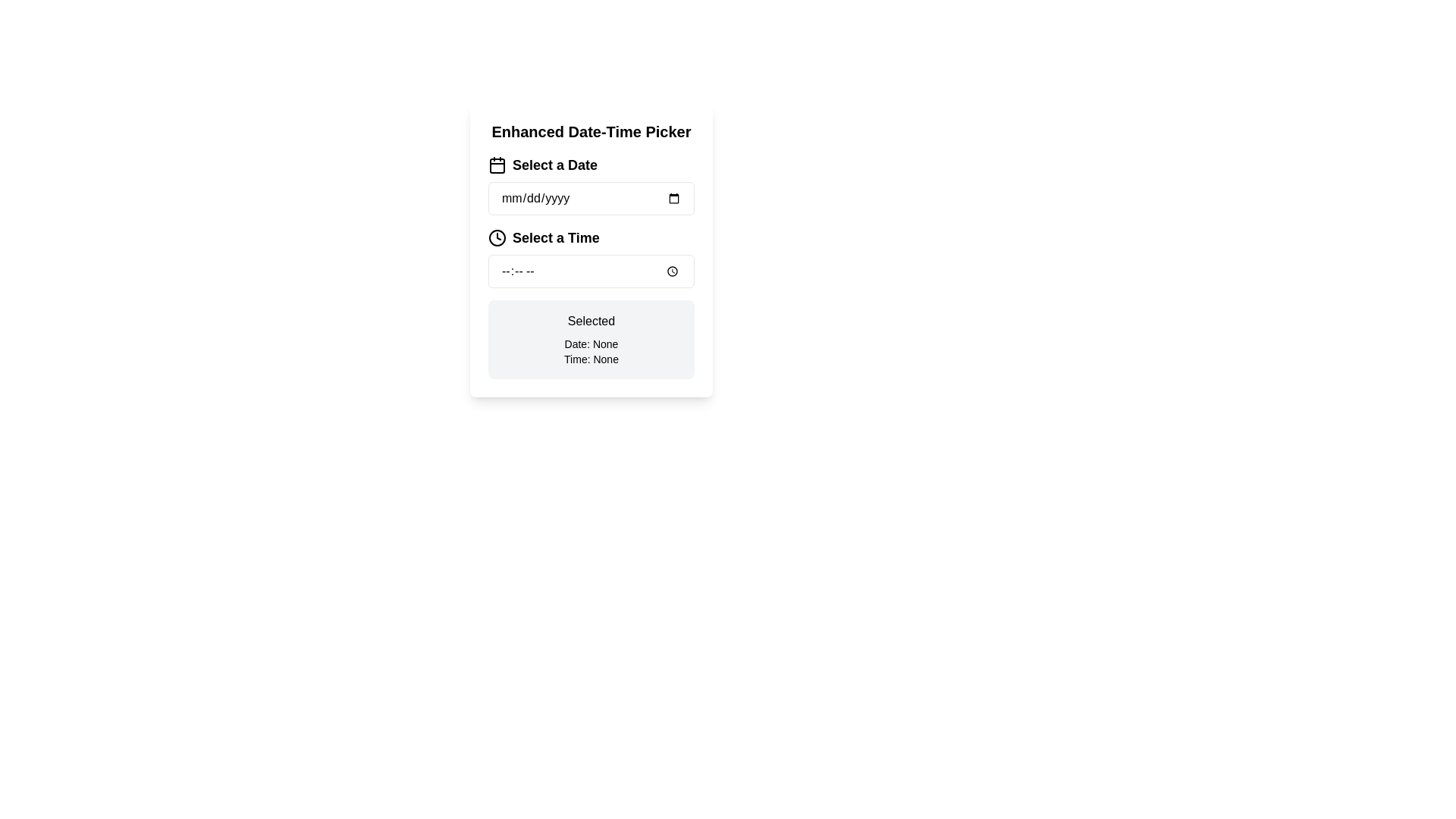 Image resolution: width=1456 pixels, height=819 pixels. What do you see at coordinates (497, 165) in the screenshot?
I see `the calendar icon located within the 'Select a Date' section, which is positioned to the far left of the label and aligned vertically with the text` at bounding box center [497, 165].